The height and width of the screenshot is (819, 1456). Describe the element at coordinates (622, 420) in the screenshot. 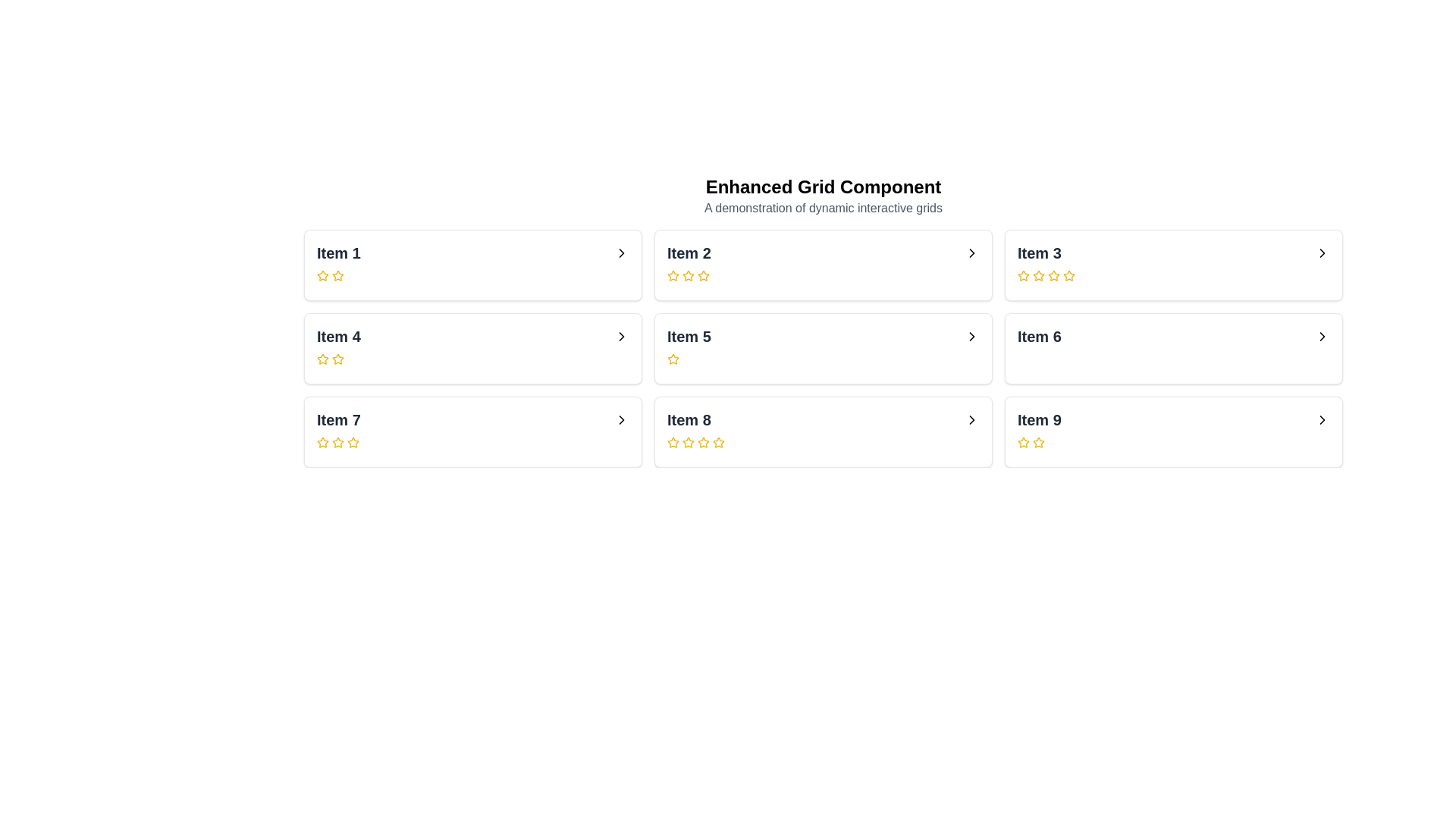

I see `the right-facing chevron arrow icon located in the bottom-left box labeled 'Item 7'` at that location.